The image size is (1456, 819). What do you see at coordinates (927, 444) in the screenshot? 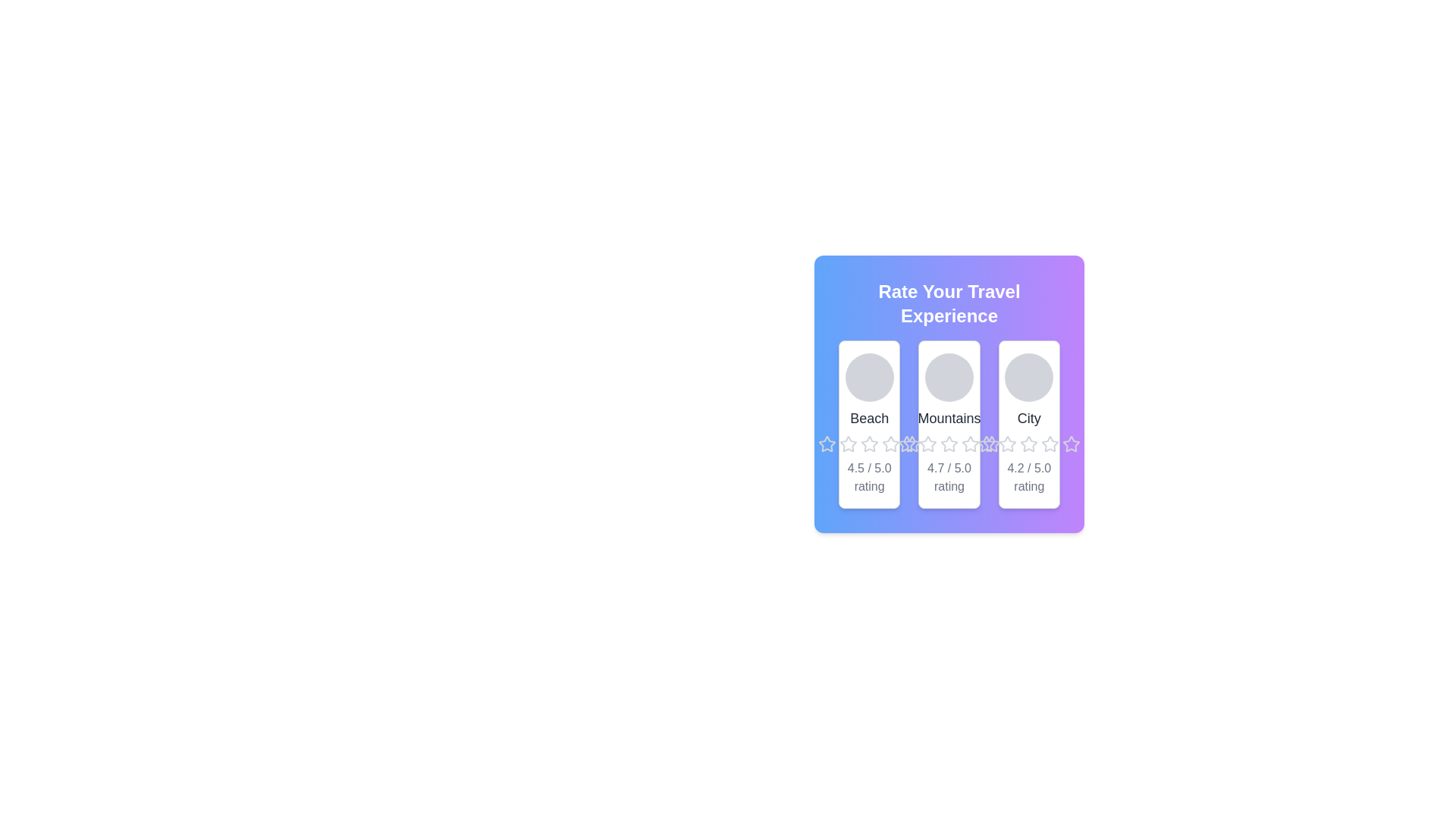
I see `the third star in the rating section of the 'Mountains' card` at bounding box center [927, 444].